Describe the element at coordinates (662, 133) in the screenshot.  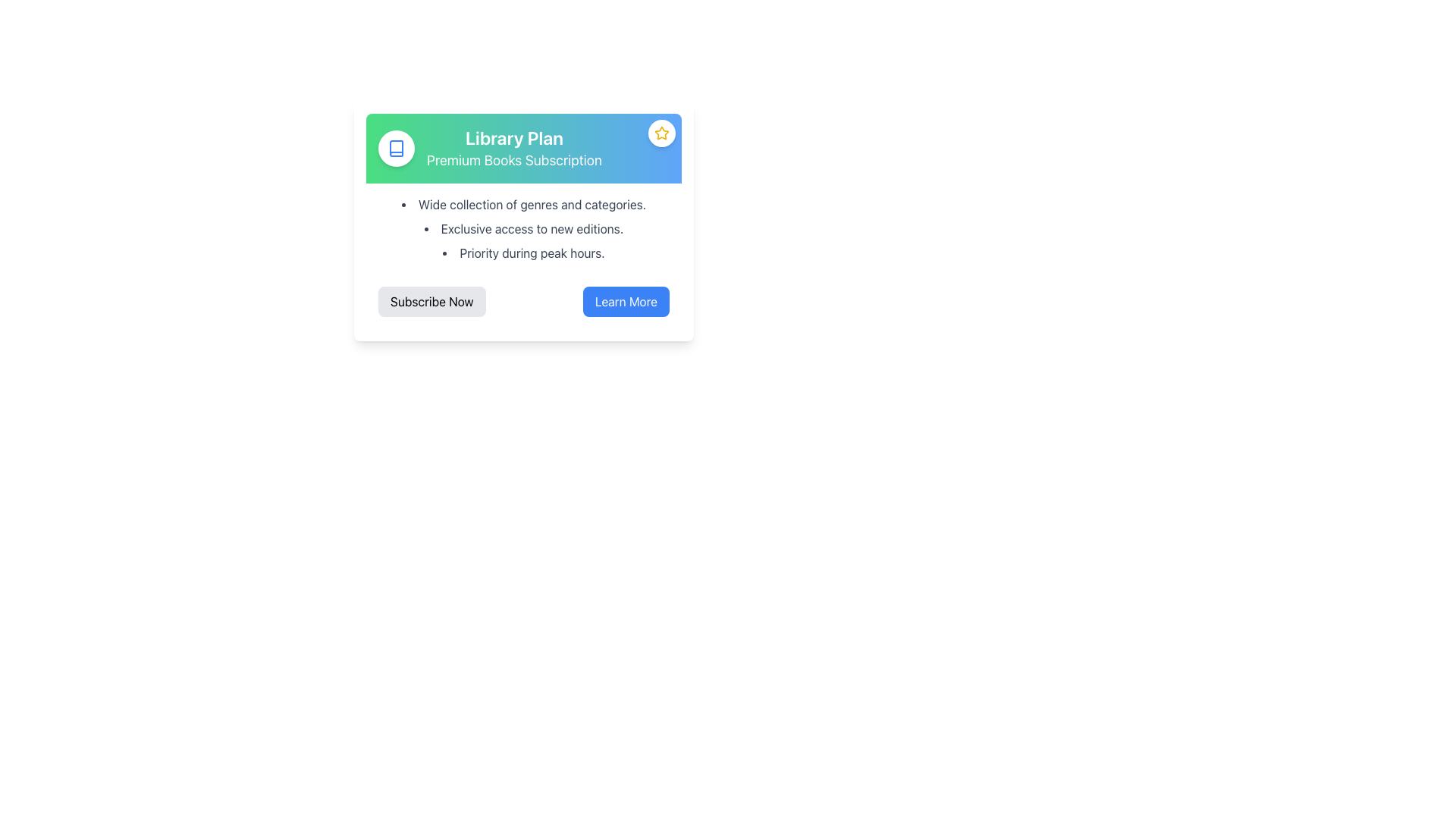
I see `the circular button with a yellow star icon located at the top-right corner of the 'Library Plan' card` at that location.